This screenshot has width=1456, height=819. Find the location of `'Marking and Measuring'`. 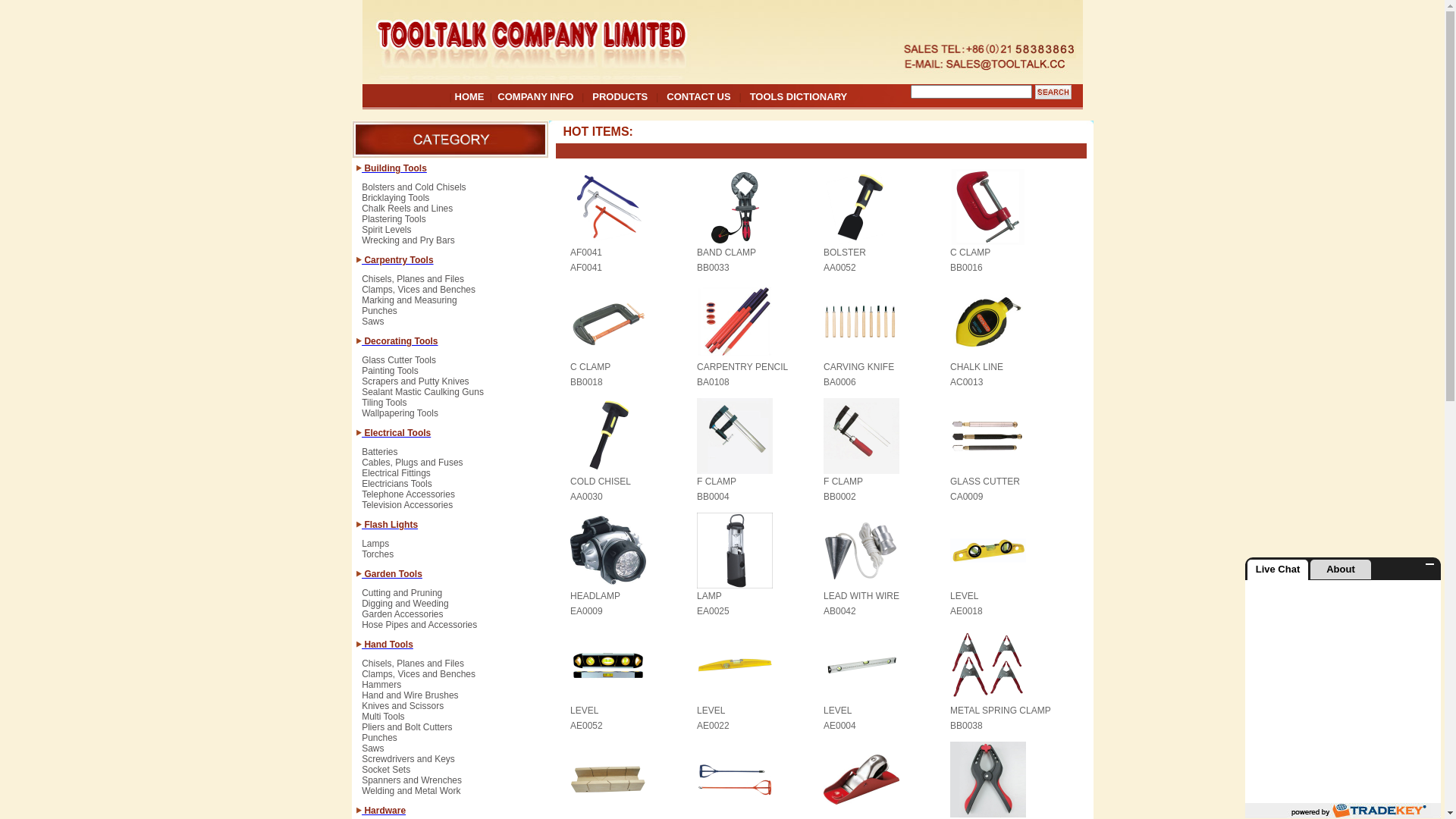

'Marking and Measuring' is located at coordinates (409, 305).